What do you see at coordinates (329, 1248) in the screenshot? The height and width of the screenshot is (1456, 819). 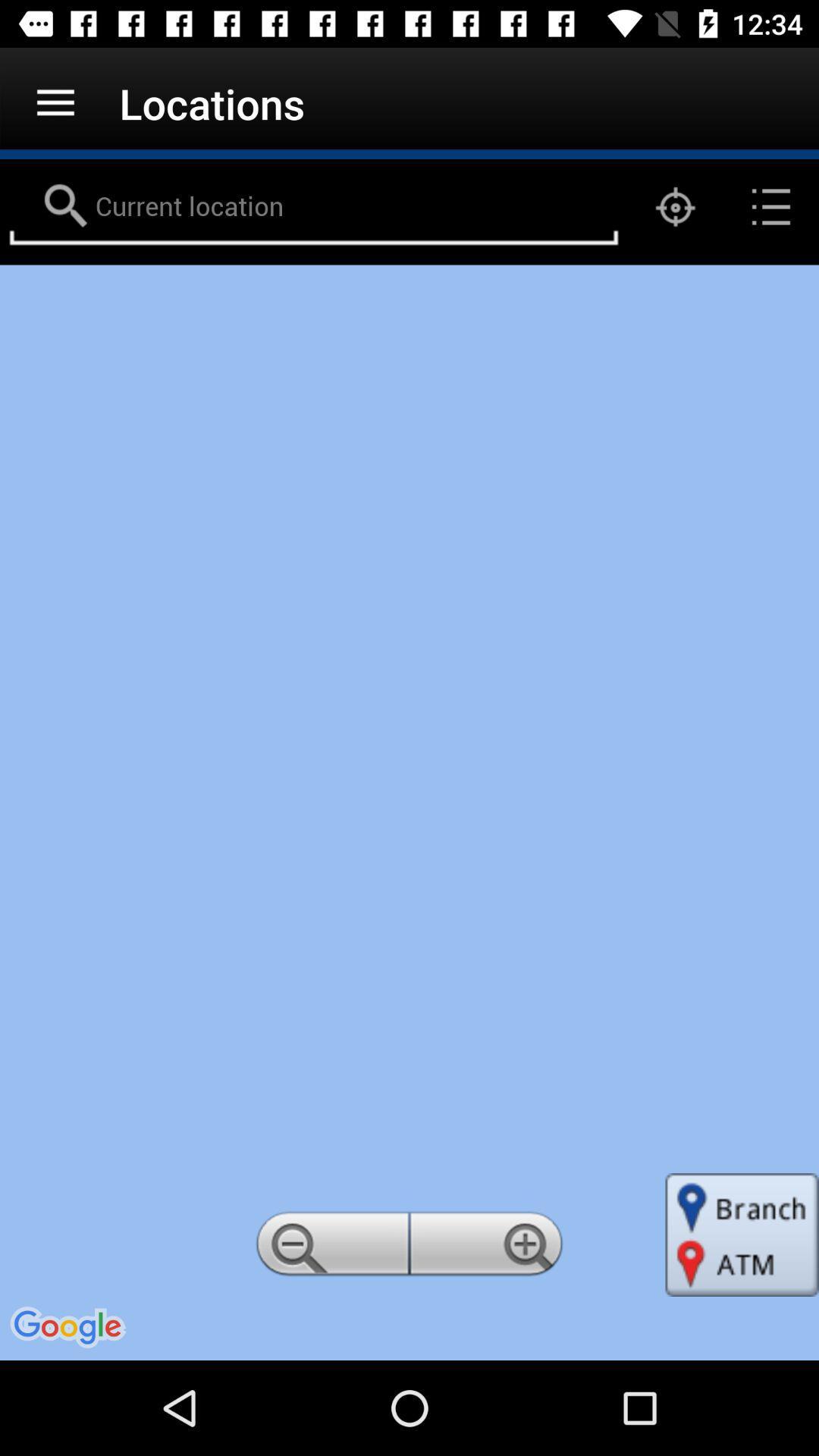 I see `the zoom_out icon` at bounding box center [329, 1248].